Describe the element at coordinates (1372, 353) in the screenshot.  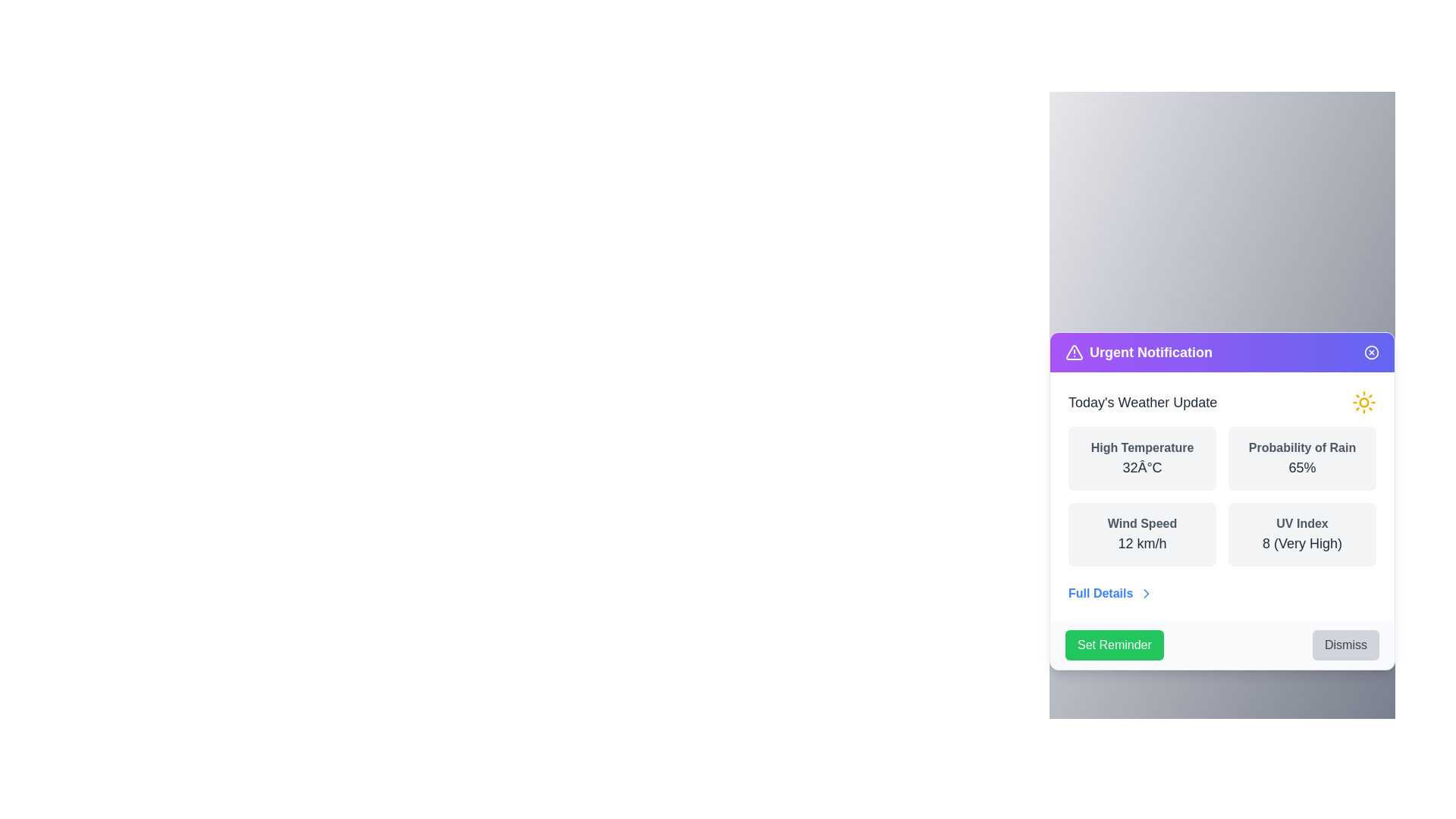
I see `the close button on the far right of the notification bar` at that location.